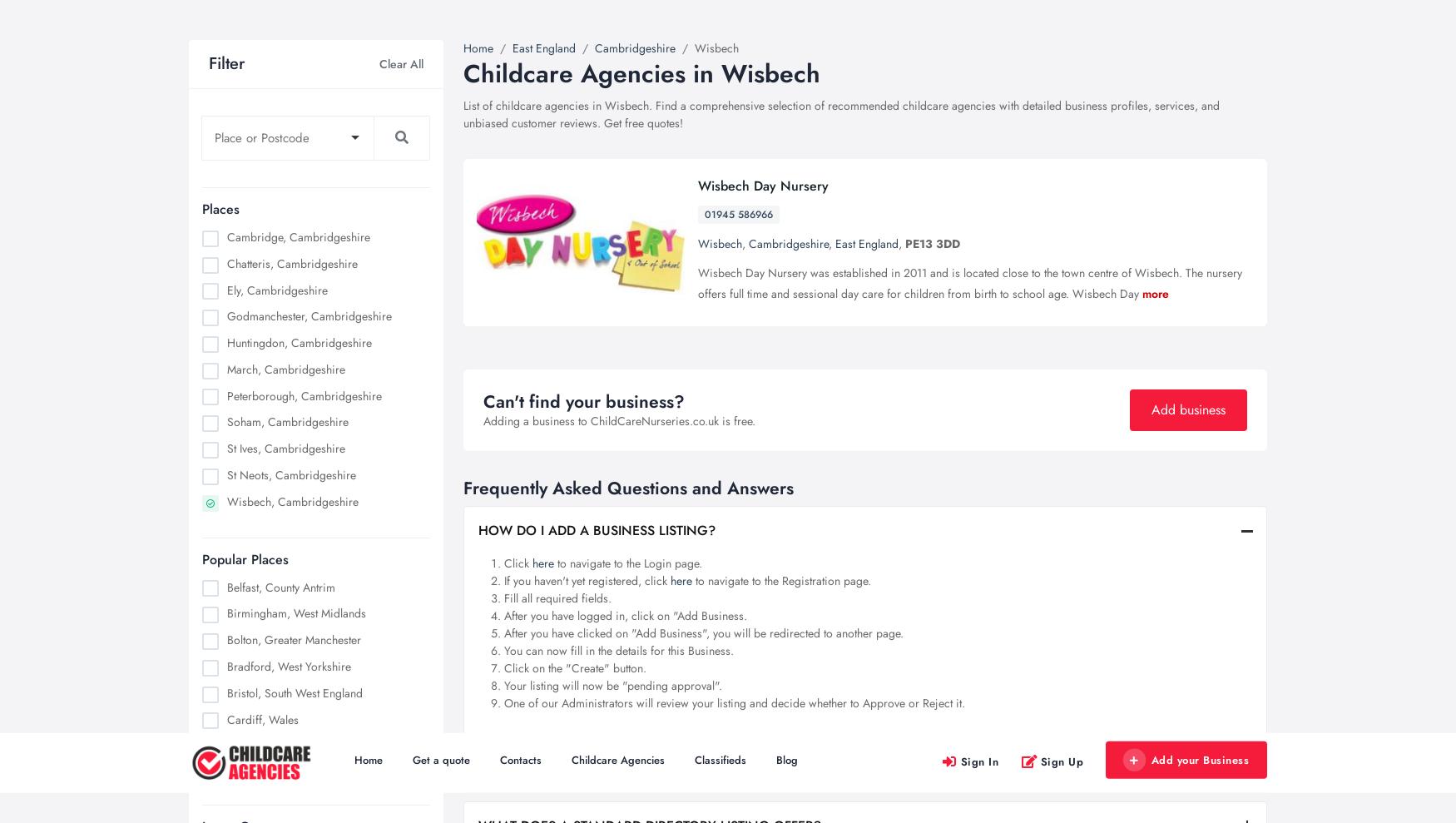 This screenshot has height=823, width=1456. I want to click on 'The Science Behind The Benefits Of ...', so click(349, 617).